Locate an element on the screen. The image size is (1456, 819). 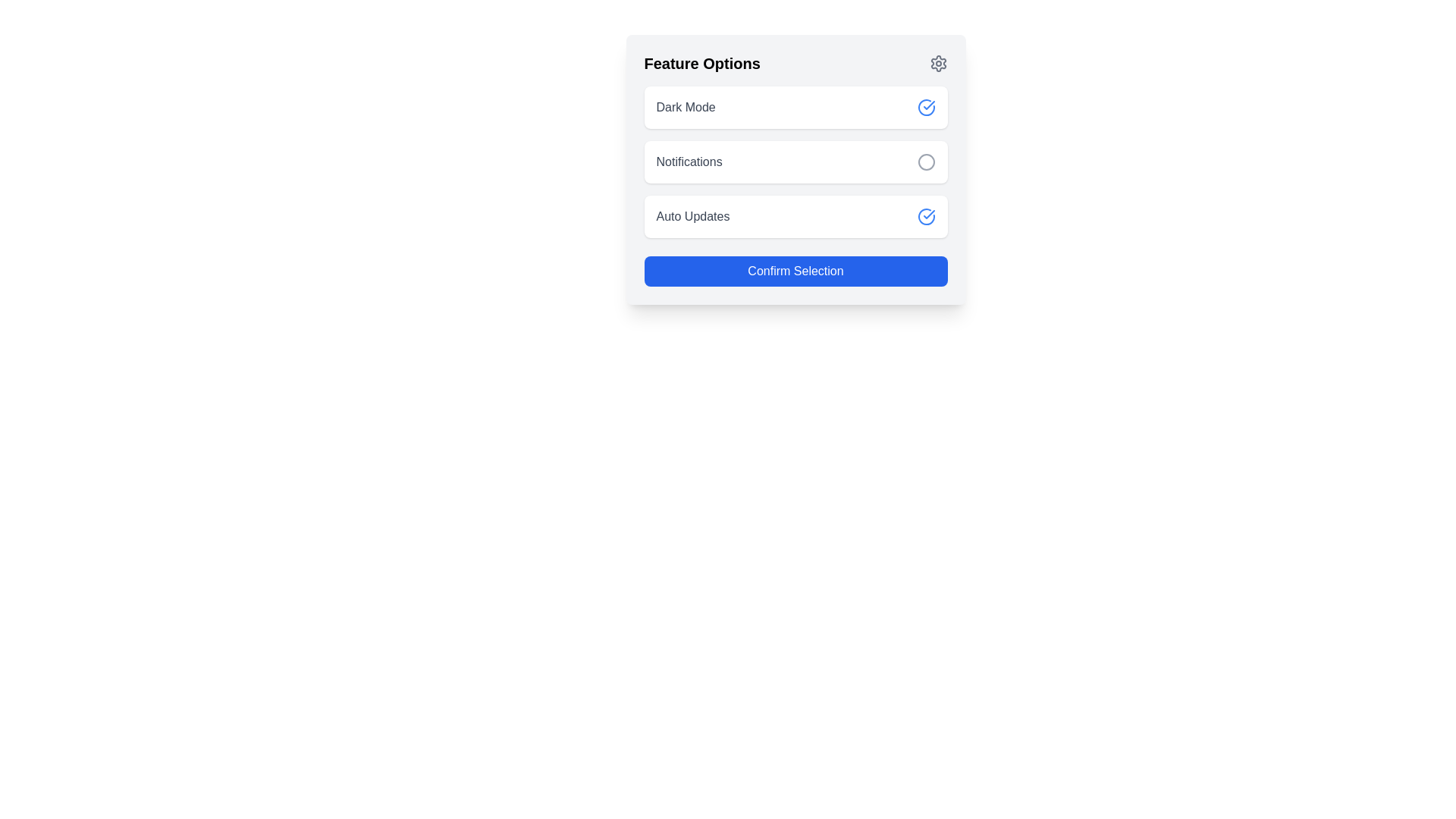
'Notifications' toggle option, which is the second item in the vertical arrangement of the 'Feature Options' section, for accessibility features is located at coordinates (795, 162).